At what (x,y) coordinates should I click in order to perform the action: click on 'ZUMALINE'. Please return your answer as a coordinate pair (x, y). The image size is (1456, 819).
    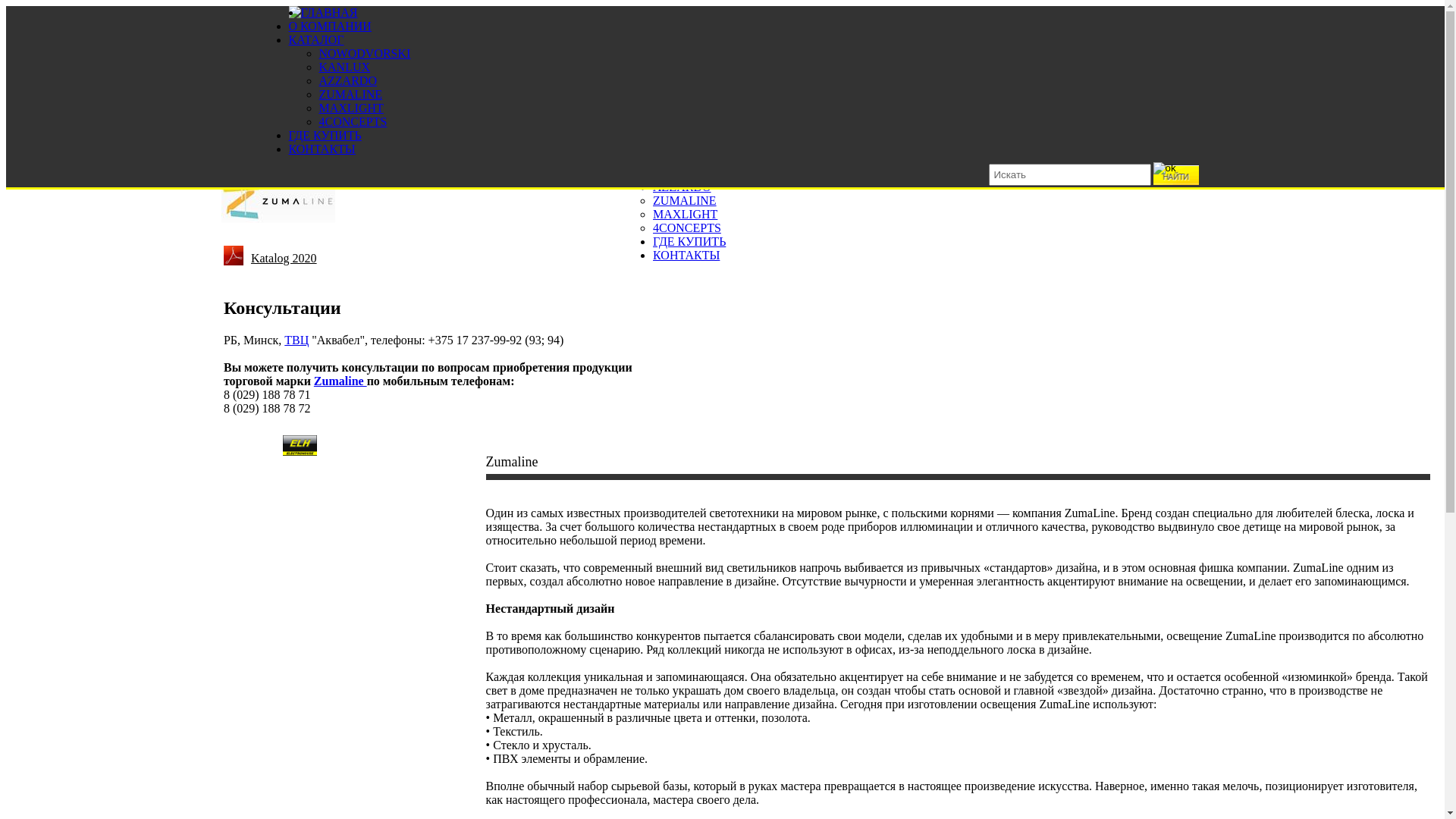
    Looking at the image, I should click on (349, 94).